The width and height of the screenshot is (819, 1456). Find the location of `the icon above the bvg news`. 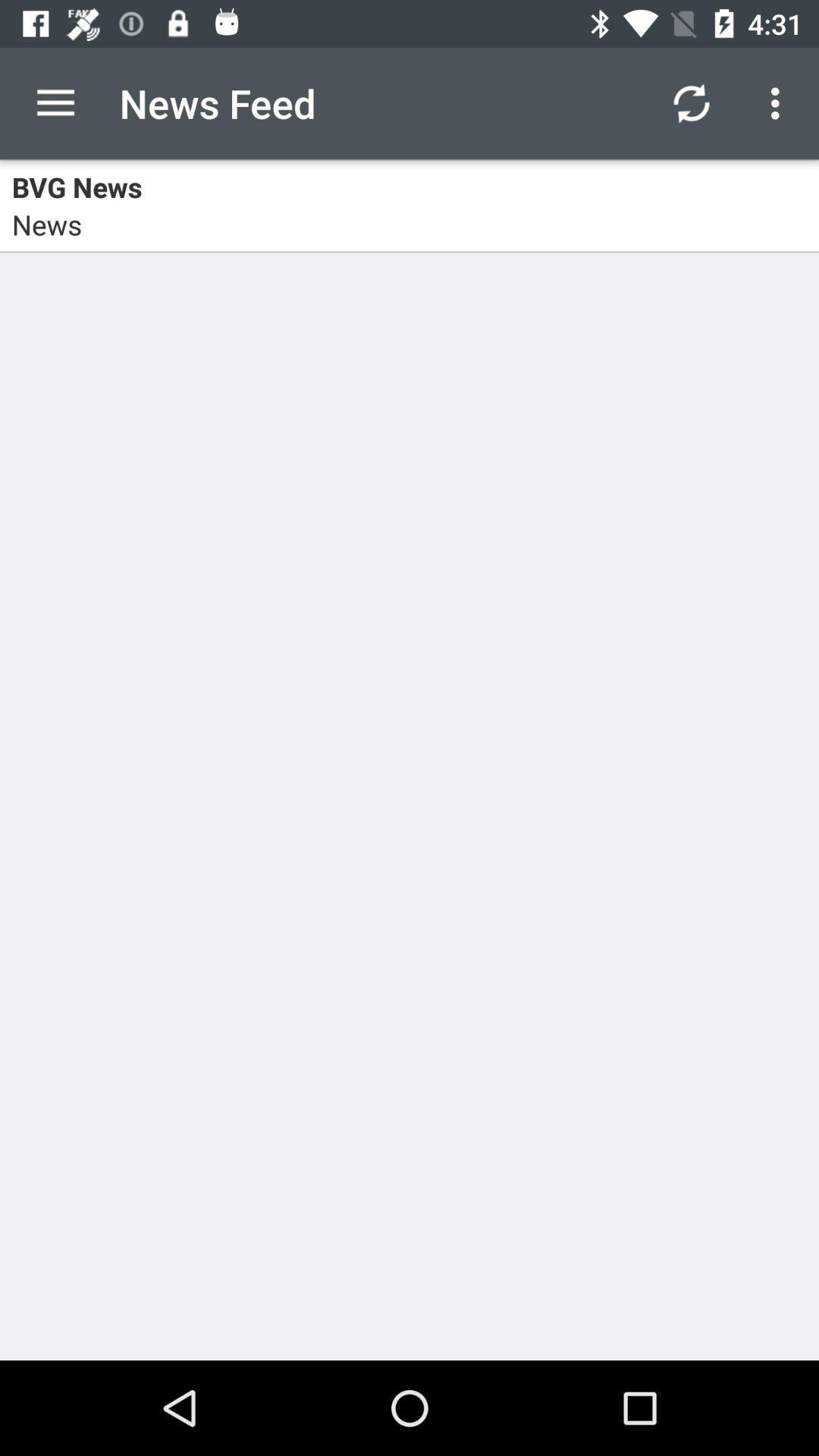

the icon above the bvg news is located at coordinates (55, 102).